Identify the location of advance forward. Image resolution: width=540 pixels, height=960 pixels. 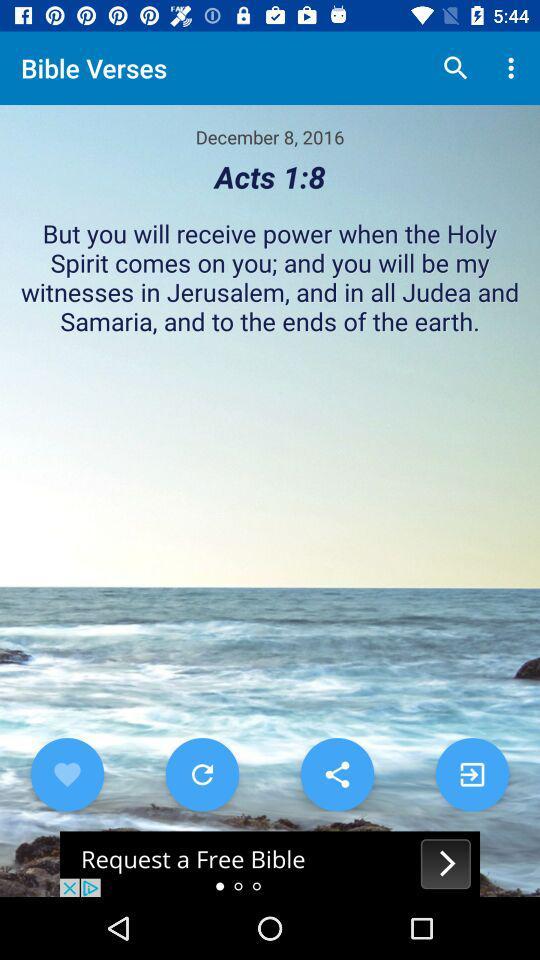
(472, 773).